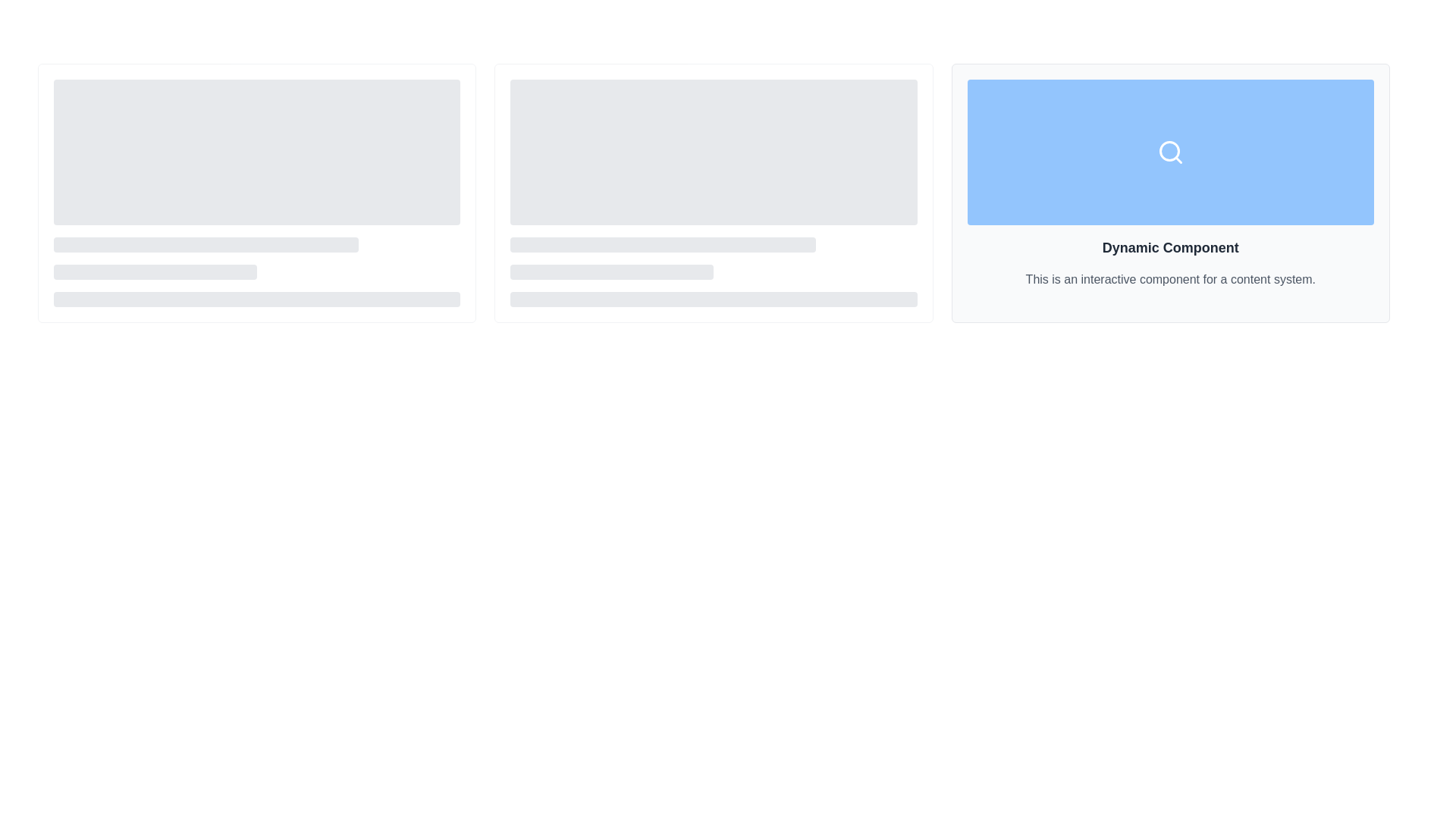 The width and height of the screenshot is (1456, 819). I want to click on the small circular part of the magnifying glass icon, which is centrally positioned within the larger icon structure, so click(1169, 151).